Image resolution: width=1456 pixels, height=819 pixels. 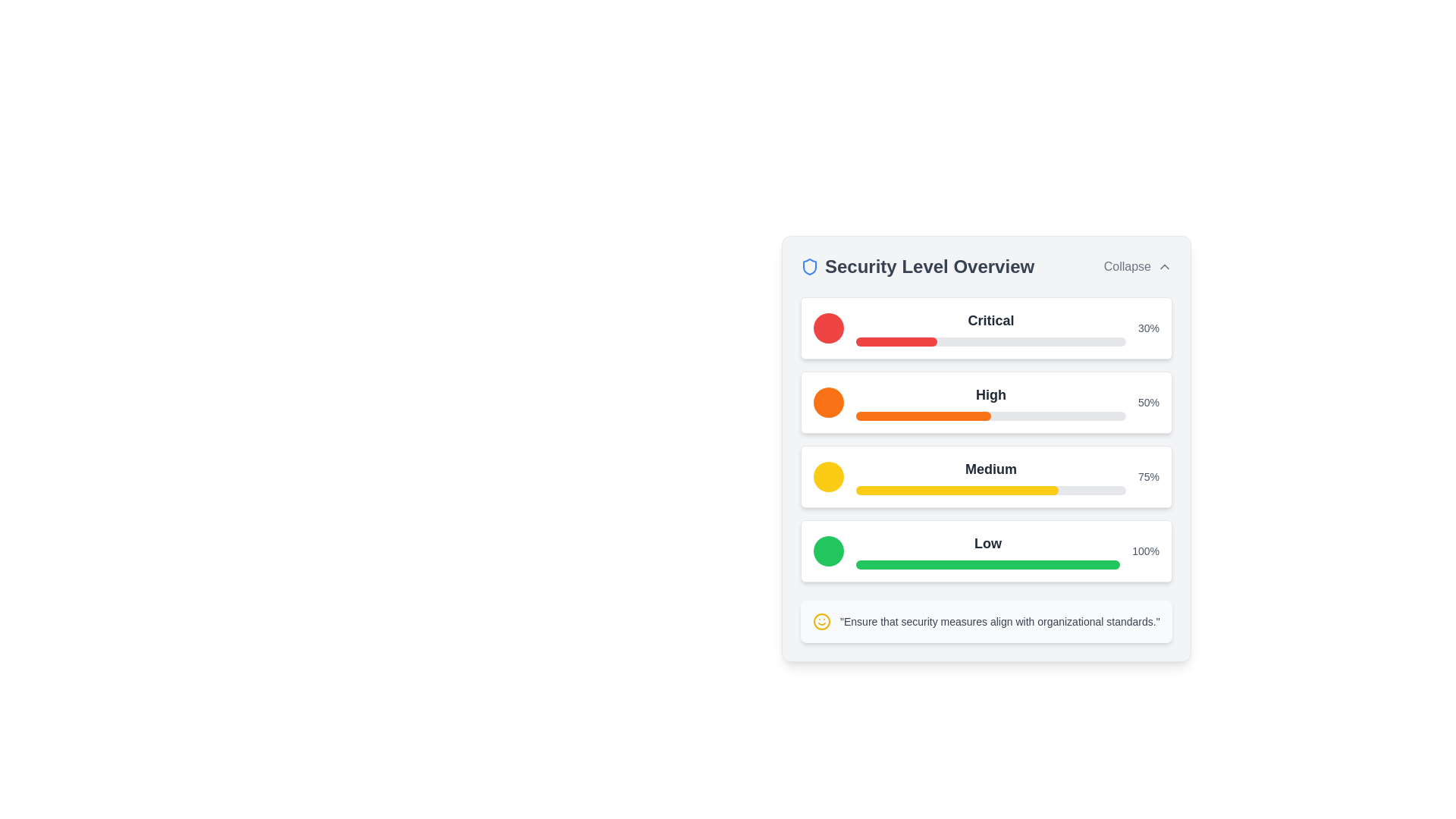 I want to click on the Status indicator widget, which is a white rectangular element with rounded corners, displaying a green circular icon, a filled green progress bar indicating 100%, and the label 'Low' above the bar, so click(x=986, y=551).